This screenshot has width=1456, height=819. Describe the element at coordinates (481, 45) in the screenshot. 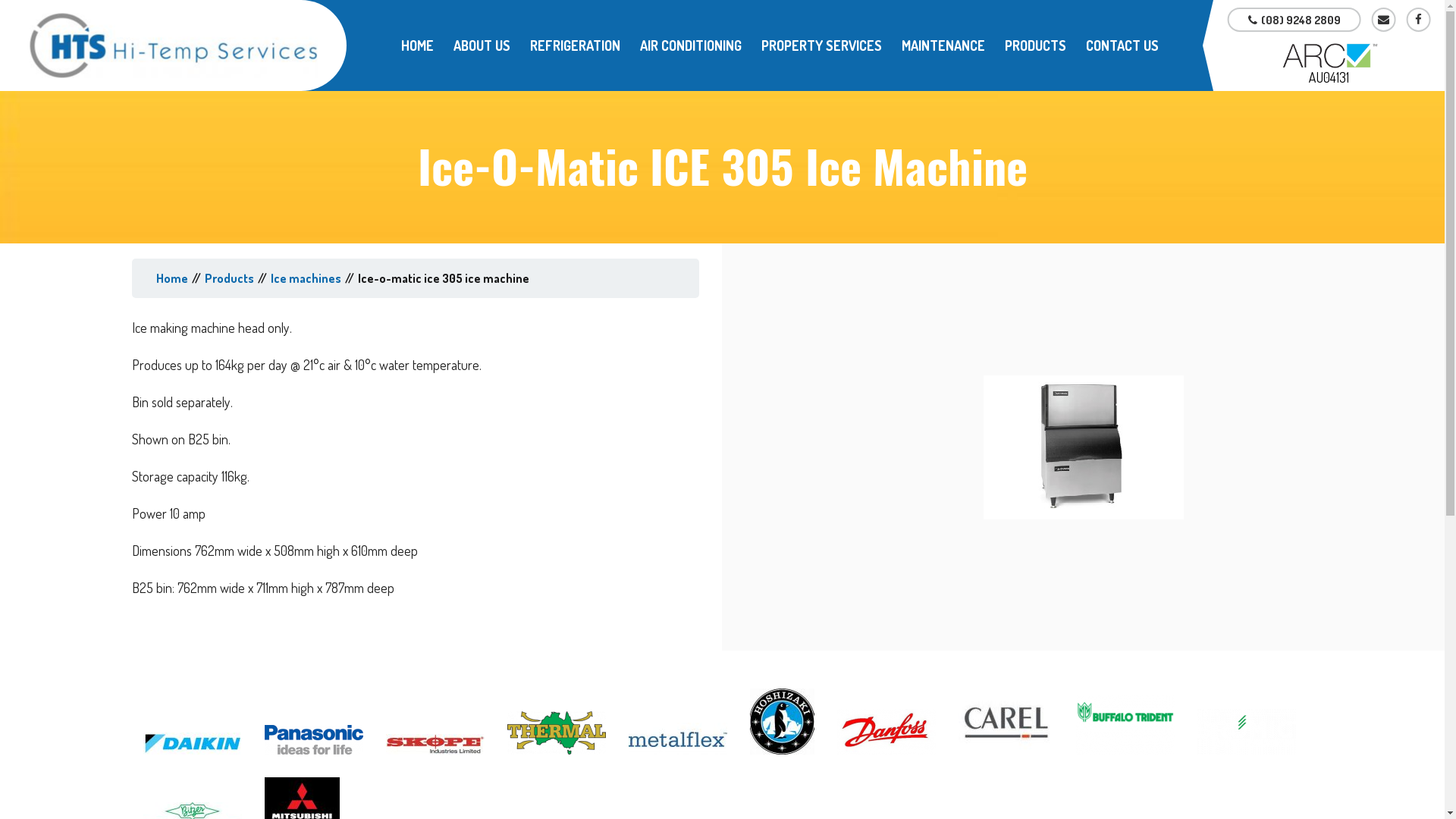

I see `'ABOUT US'` at that location.